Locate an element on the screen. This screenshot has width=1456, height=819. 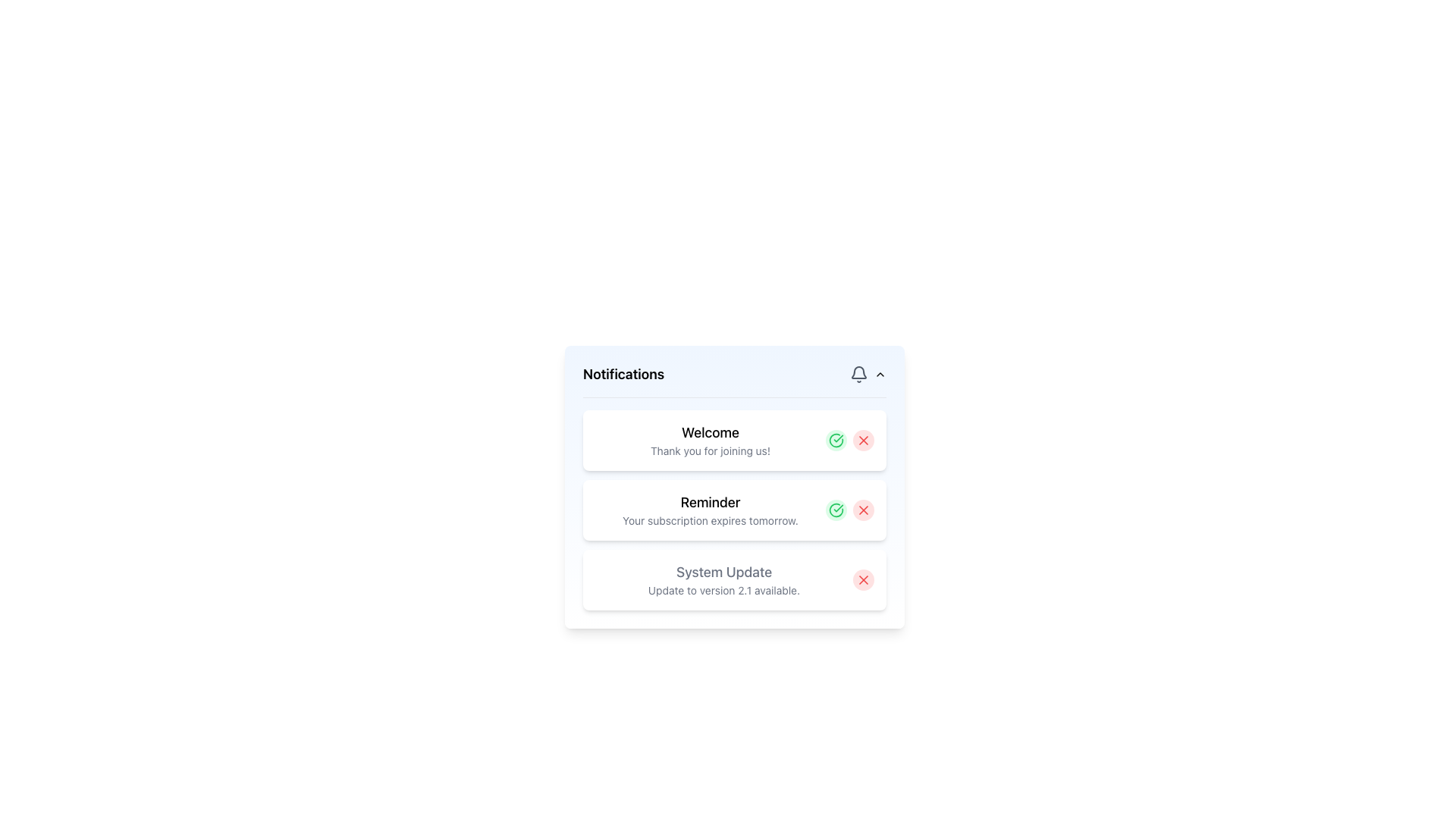
the Text Label that provides information about the availability of software update version 2.1, located at the bottom of the 'System Update' notification card is located at coordinates (723, 590).